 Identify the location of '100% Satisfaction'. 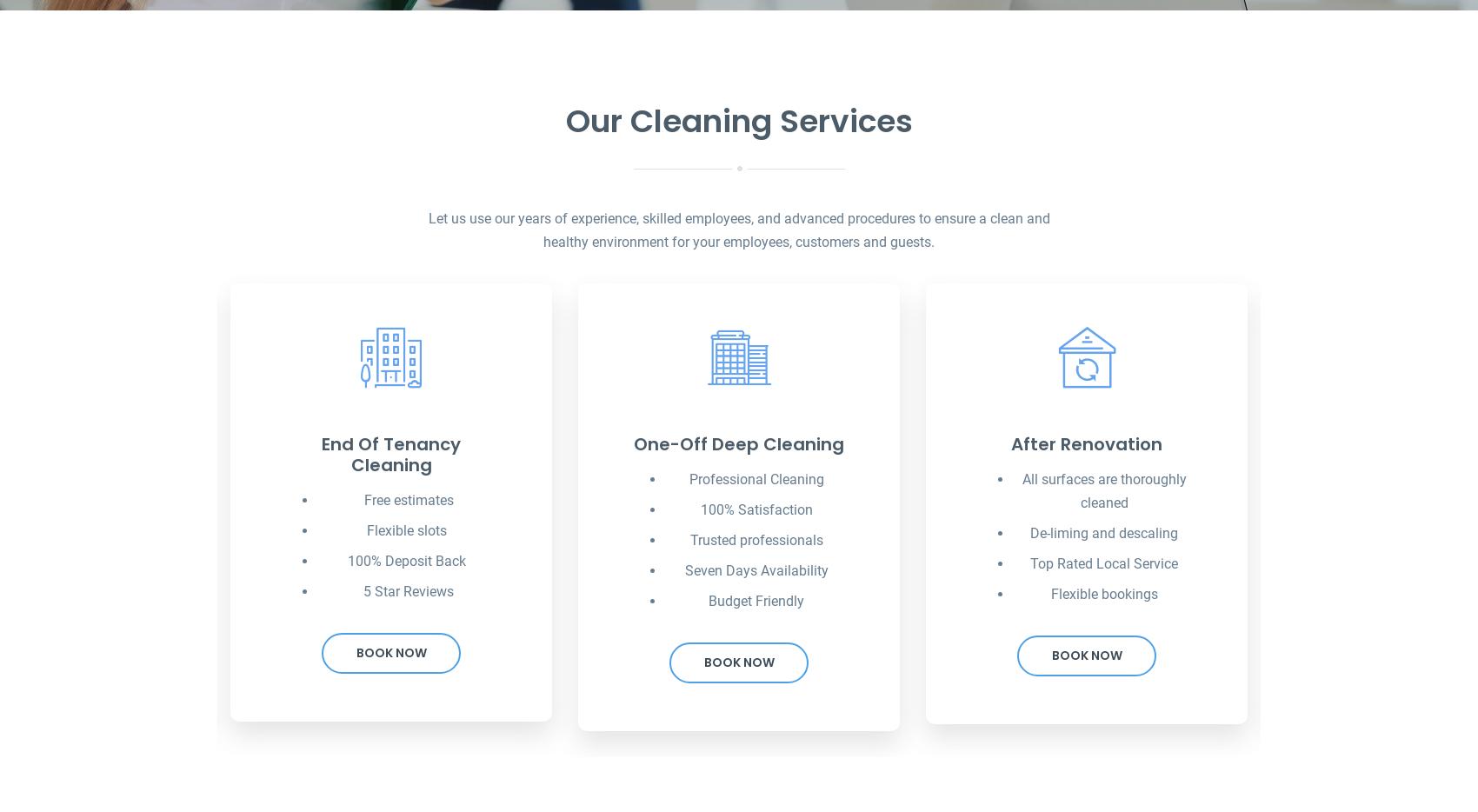
(756, 509).